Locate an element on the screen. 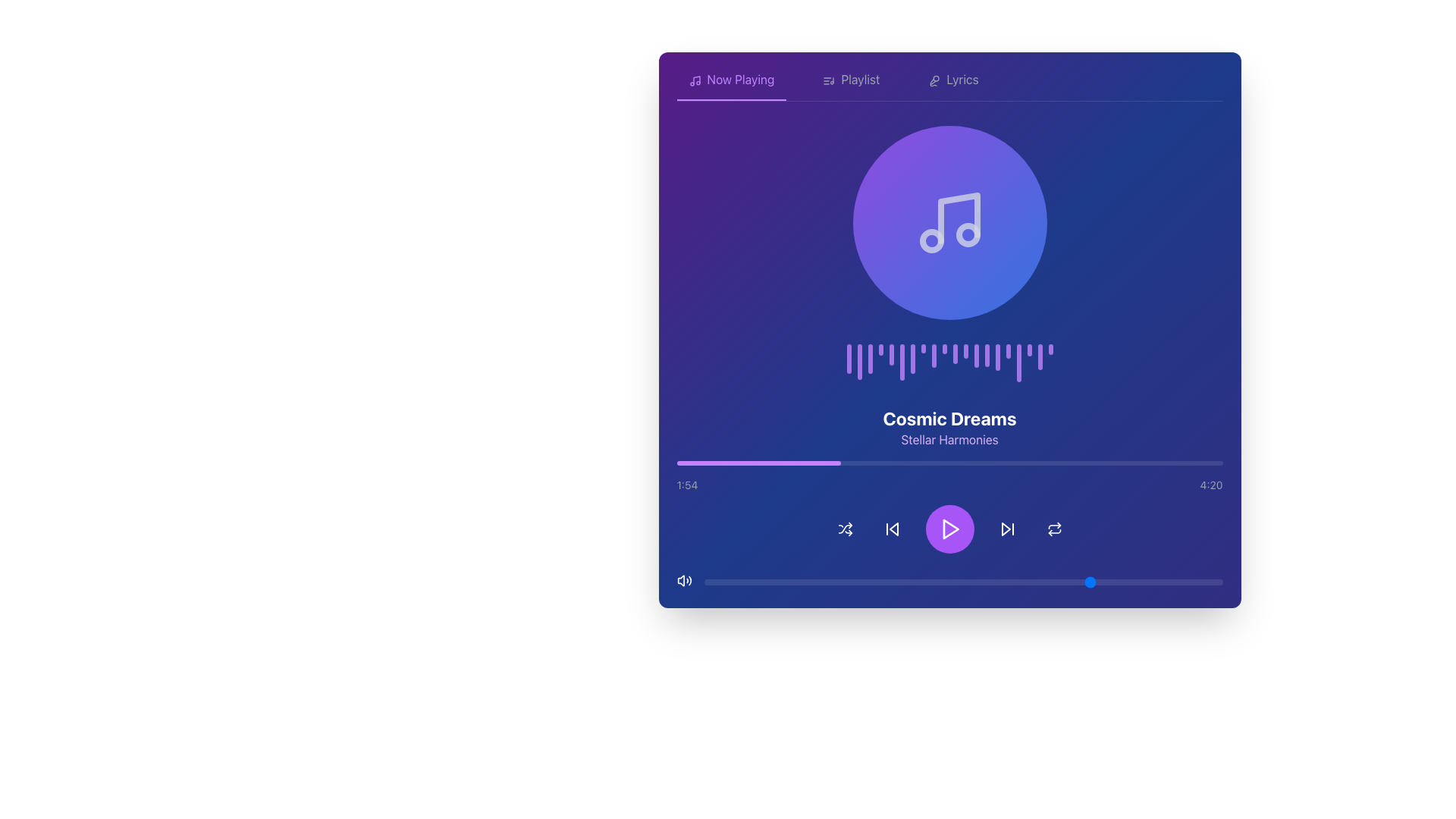  the triangular left-pointing arrow icon, which is part of the 'skip back' icon group located near the bottom center of the interface, just to the left of the play button is located at coordinates (893, 529).